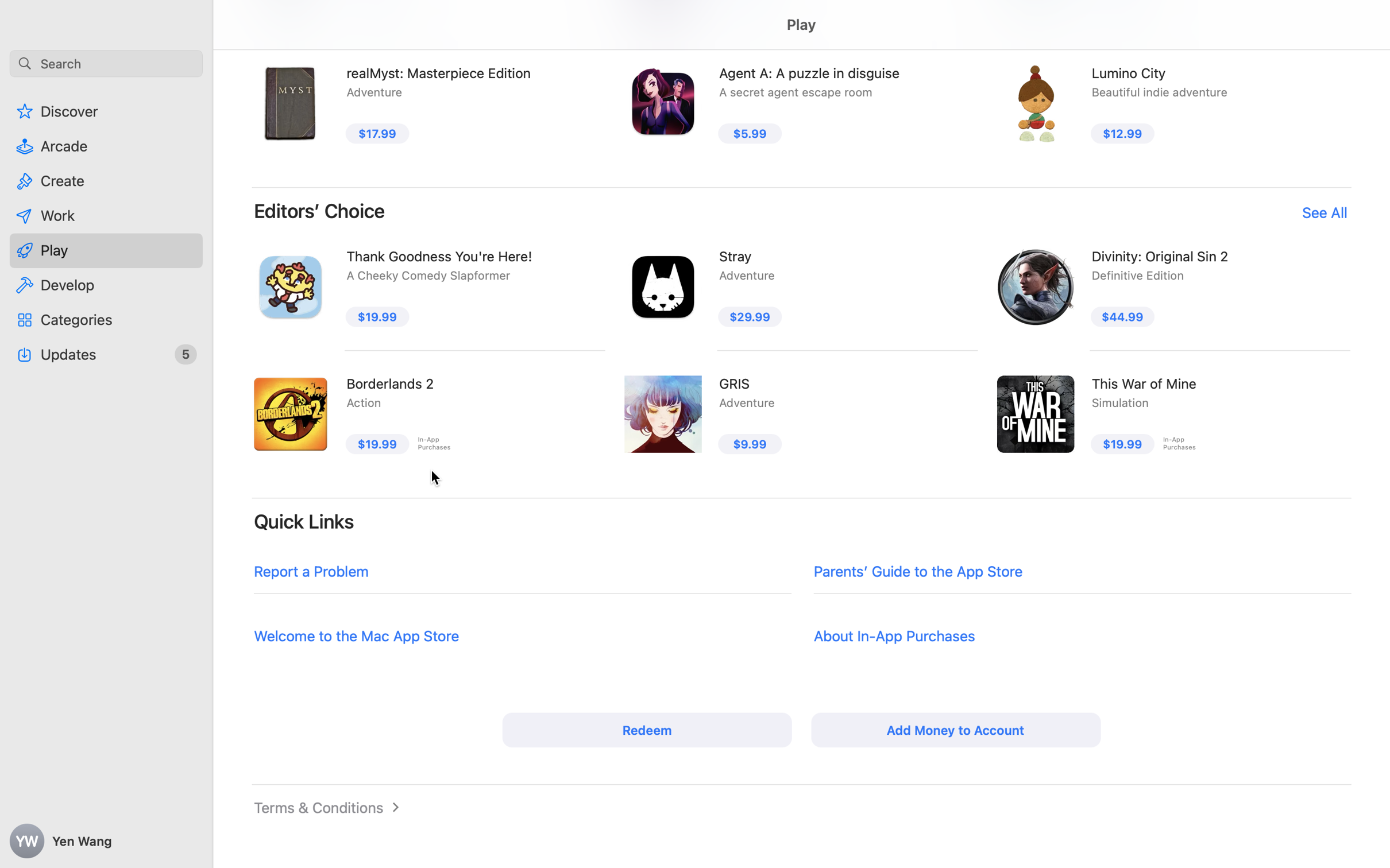 The height and width of the screenshot is (868, 1390). I want to click on 'Editors’ Choice', so click(319, 210).